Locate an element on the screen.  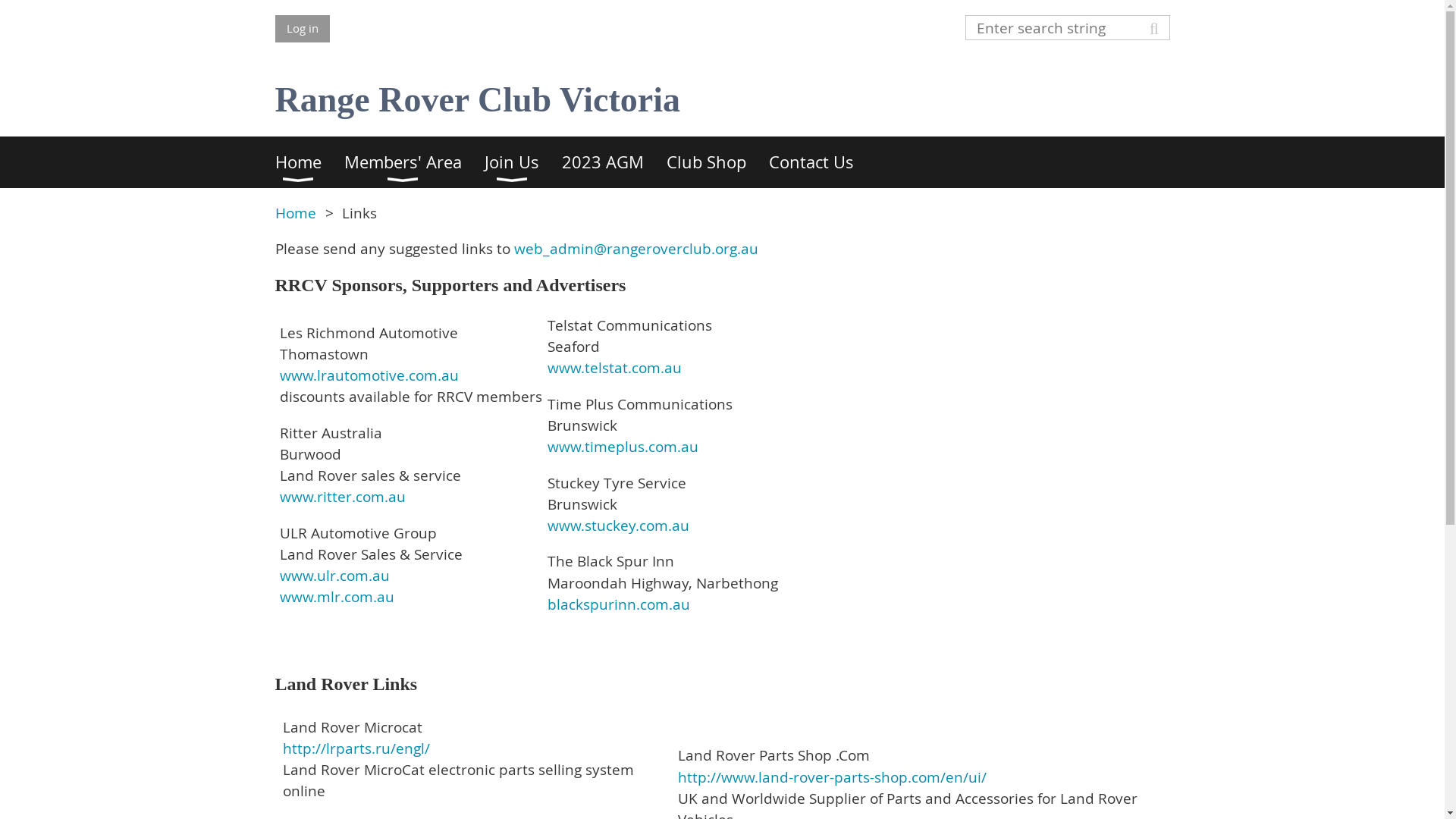
'www.timeplus.com.au' is located at coordinates (546, 446).